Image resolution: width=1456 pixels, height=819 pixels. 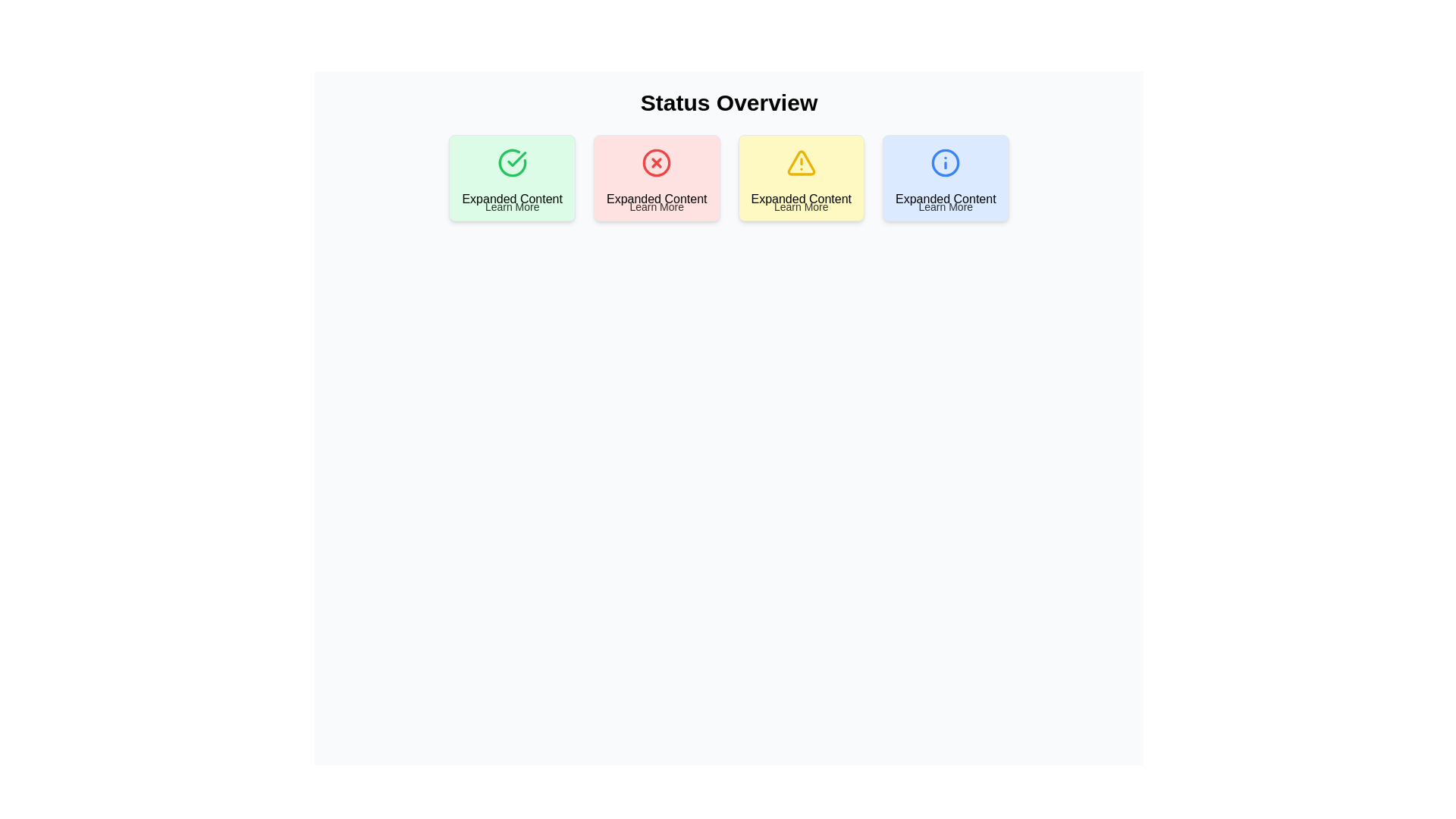 I want to click on the 'Learn More' link located on the light green card component at the top left corner of the grid layout, so click(x=512, y=177).